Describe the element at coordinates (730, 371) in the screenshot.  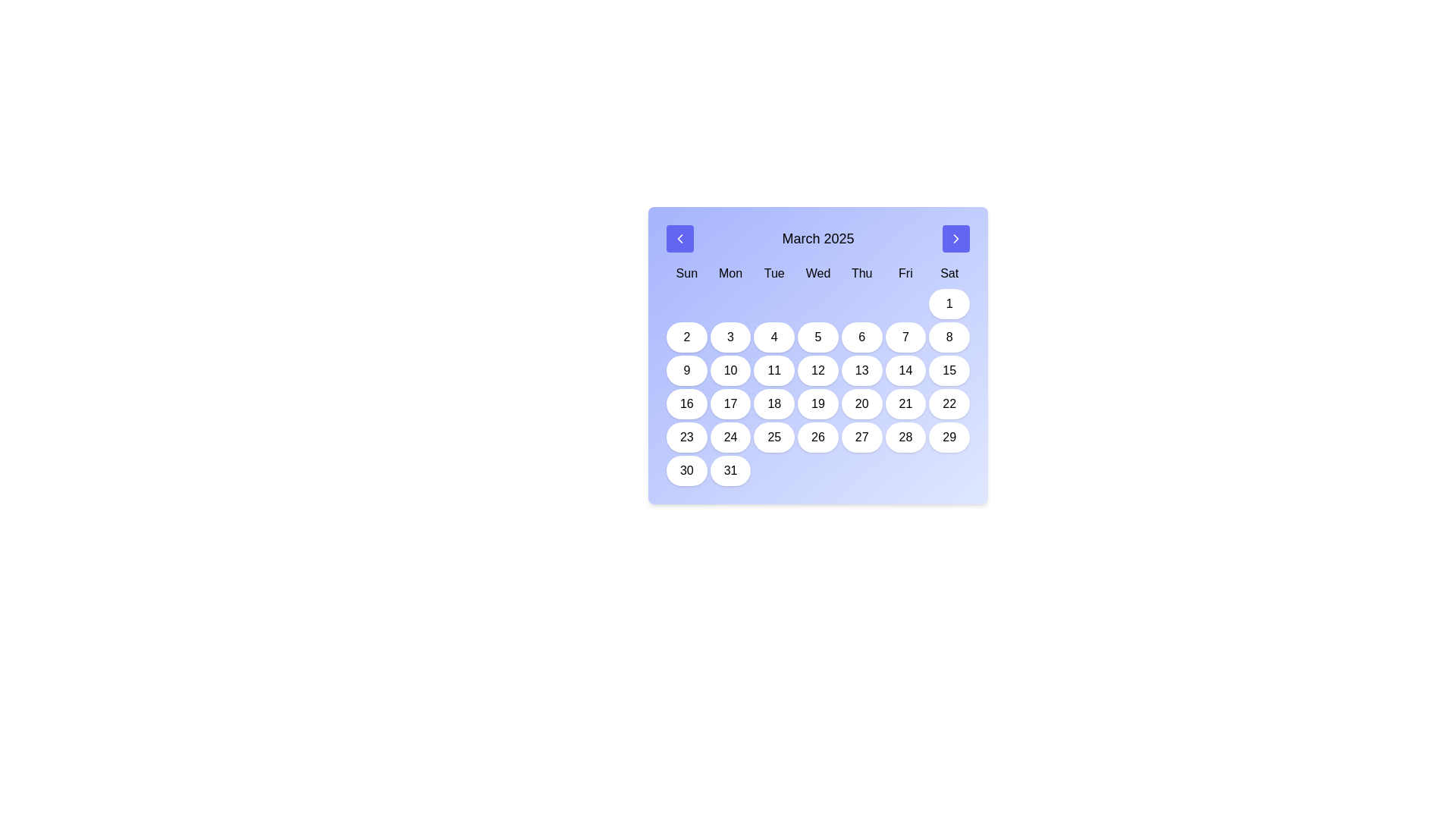
I see `the circular button with a white background and the number '10' in bold black font, located in the second row and second column of the calendar grid` at that location.